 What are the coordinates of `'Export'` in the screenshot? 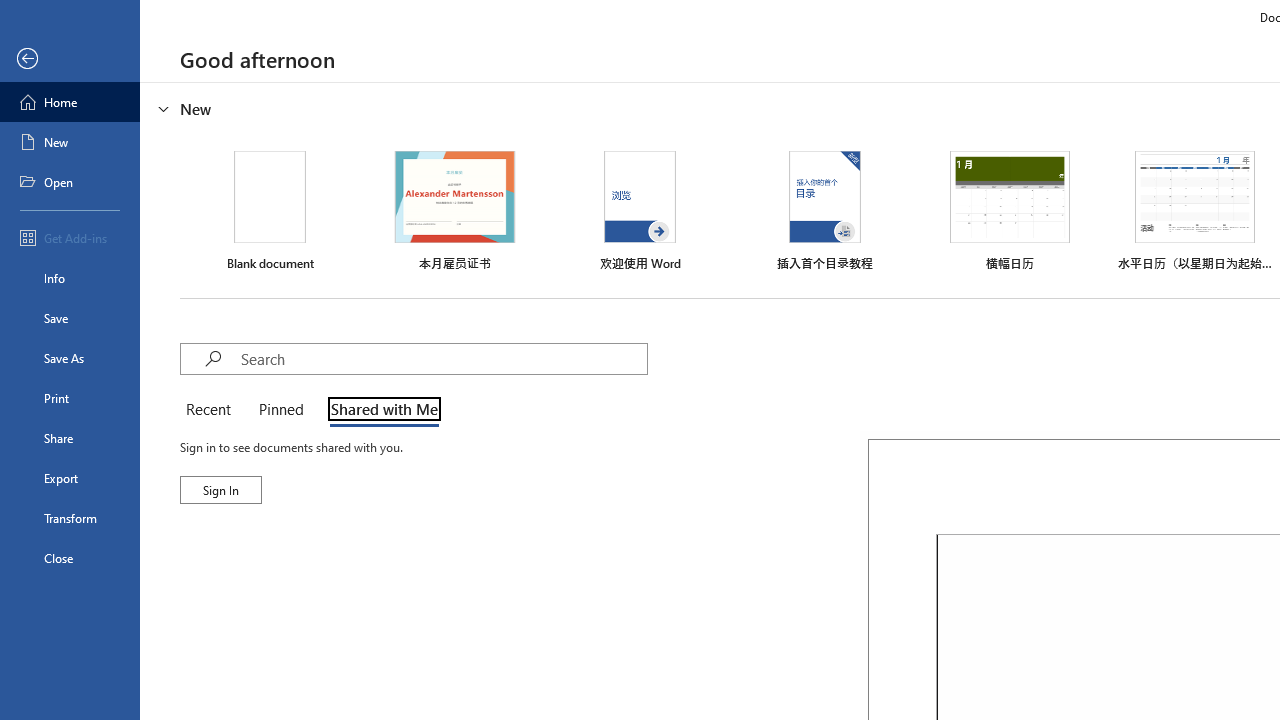 It's located at (69, 478).